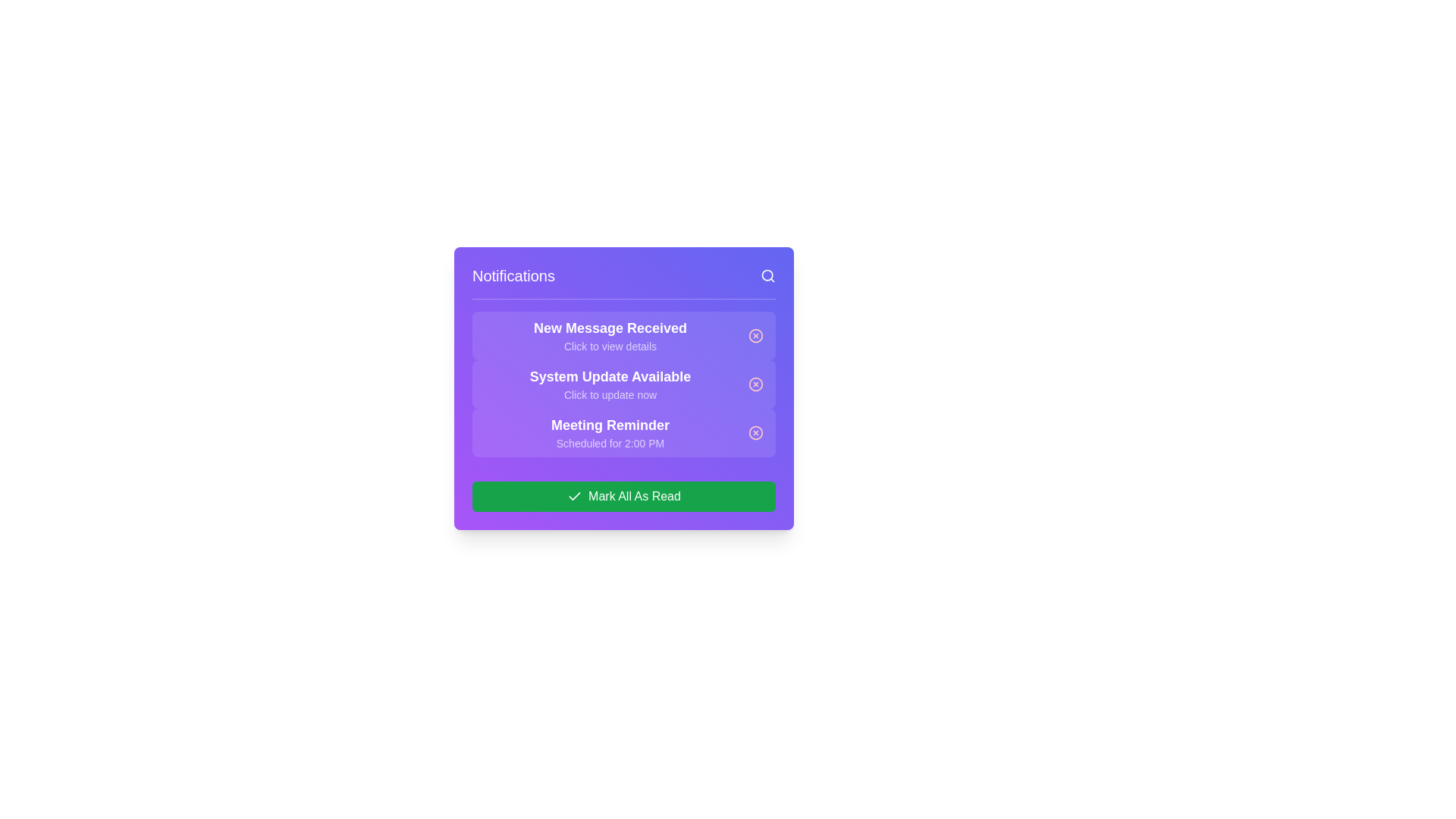 This screenshot has width=1456, height=819. What do you see at coordinates (610, 327) in the screenshot?
I see `the informational text label indicating the title or subject of a new message notification, which is the first entry in the notifications list under the 'Notifications' heading` at bounding box center [610, 327].